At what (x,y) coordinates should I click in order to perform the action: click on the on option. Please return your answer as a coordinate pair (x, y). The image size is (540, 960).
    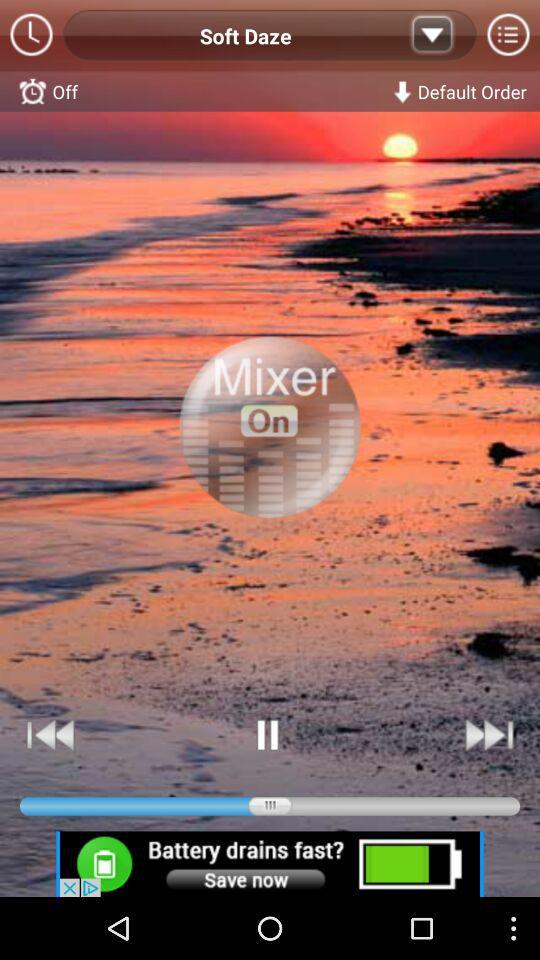
    Looking at the image, I should click on (270, 448).